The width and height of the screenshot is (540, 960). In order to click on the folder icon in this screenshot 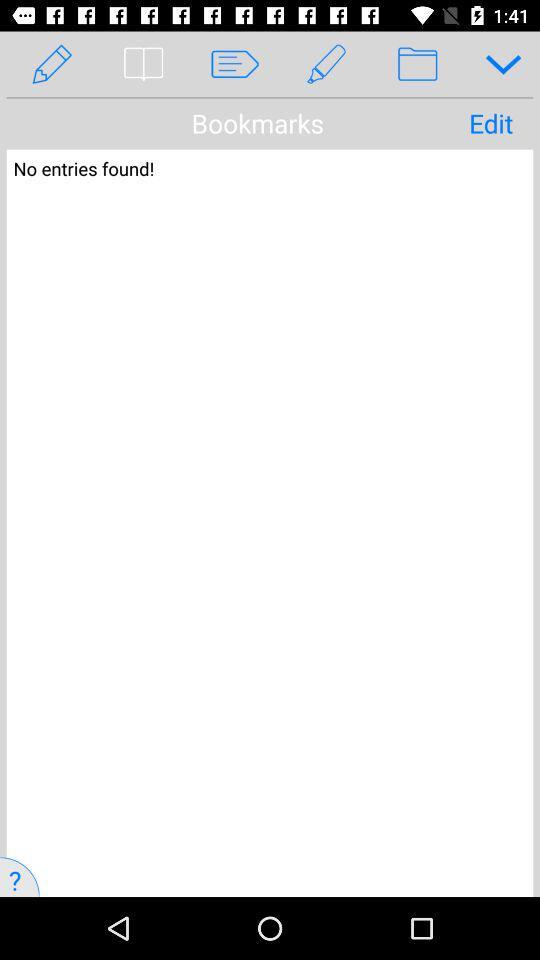, I will do `click(416, 64)`.